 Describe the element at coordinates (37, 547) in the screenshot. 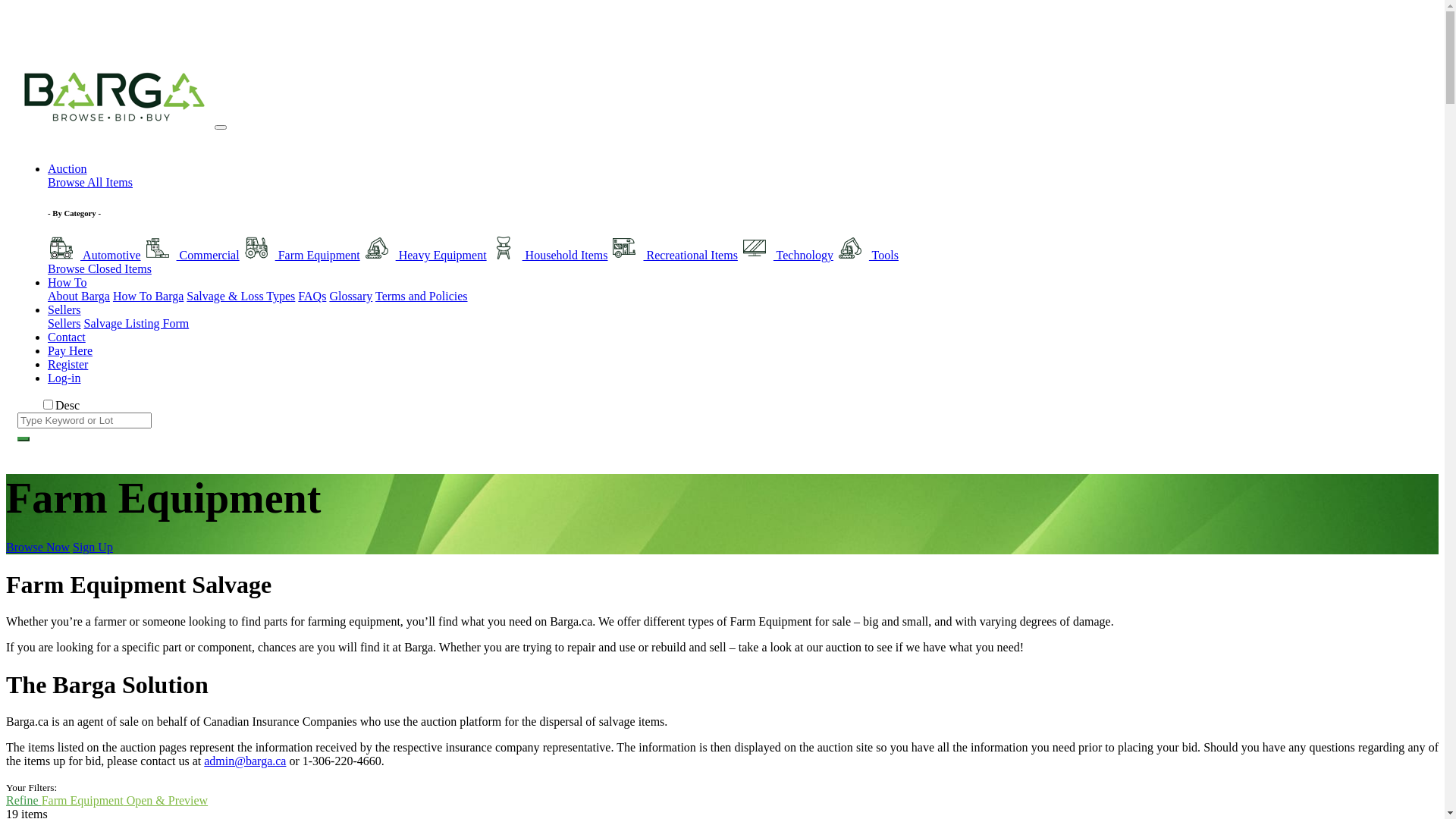

I see `'Browse Now'` at that location.